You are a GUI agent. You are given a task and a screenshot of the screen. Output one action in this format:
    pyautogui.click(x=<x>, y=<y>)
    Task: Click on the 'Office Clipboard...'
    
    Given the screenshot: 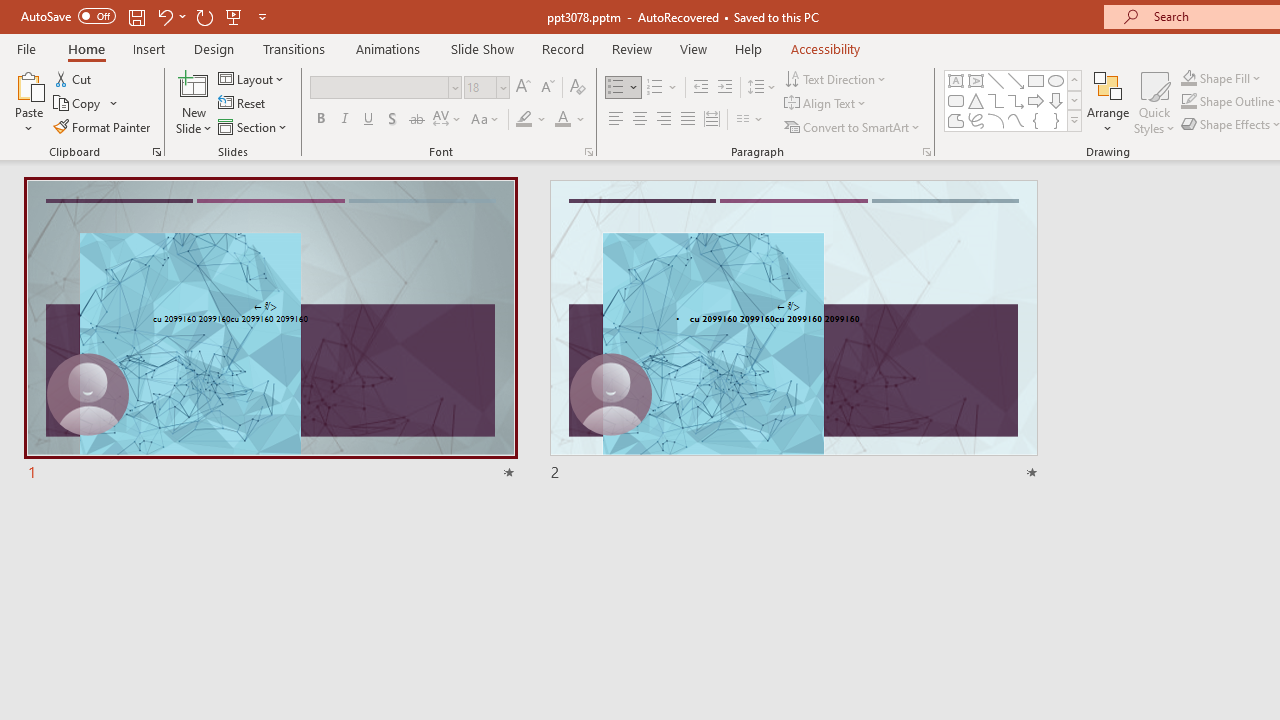 What is the action you would take?
    pyautogui.click(x=155, y=150)
    